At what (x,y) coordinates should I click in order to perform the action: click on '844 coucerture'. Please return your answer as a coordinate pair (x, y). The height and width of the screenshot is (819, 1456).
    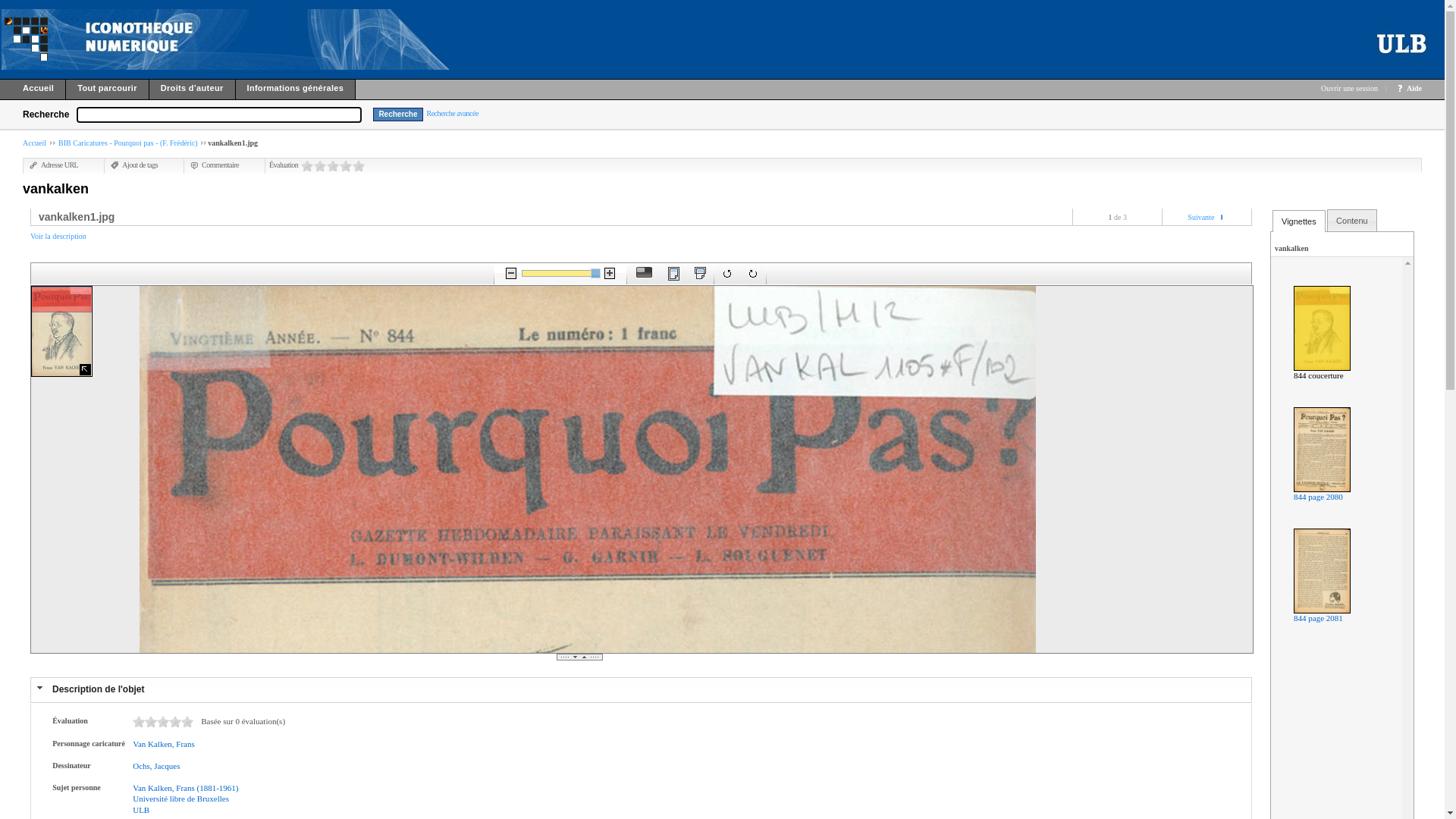
    Looking at the image, I should click on (1317, 375).